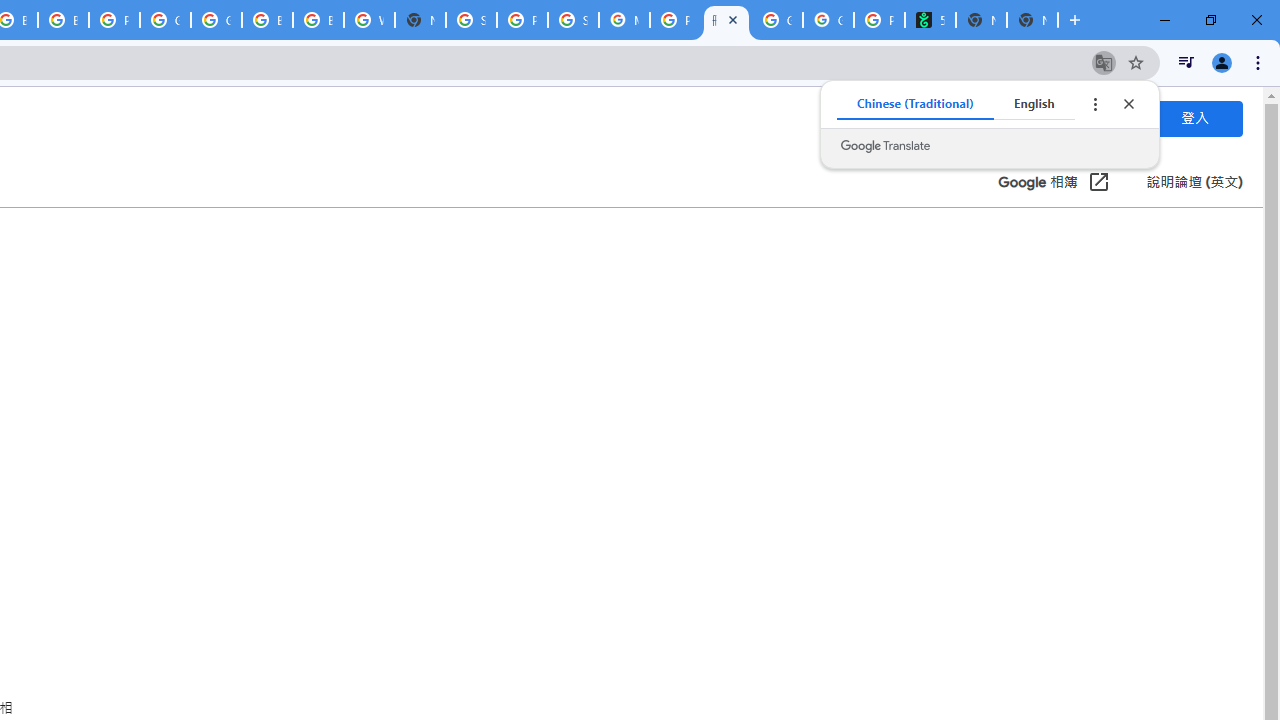 This screenshot has height=720, width=1280. I want to click on 'English', so click(1034, 104).